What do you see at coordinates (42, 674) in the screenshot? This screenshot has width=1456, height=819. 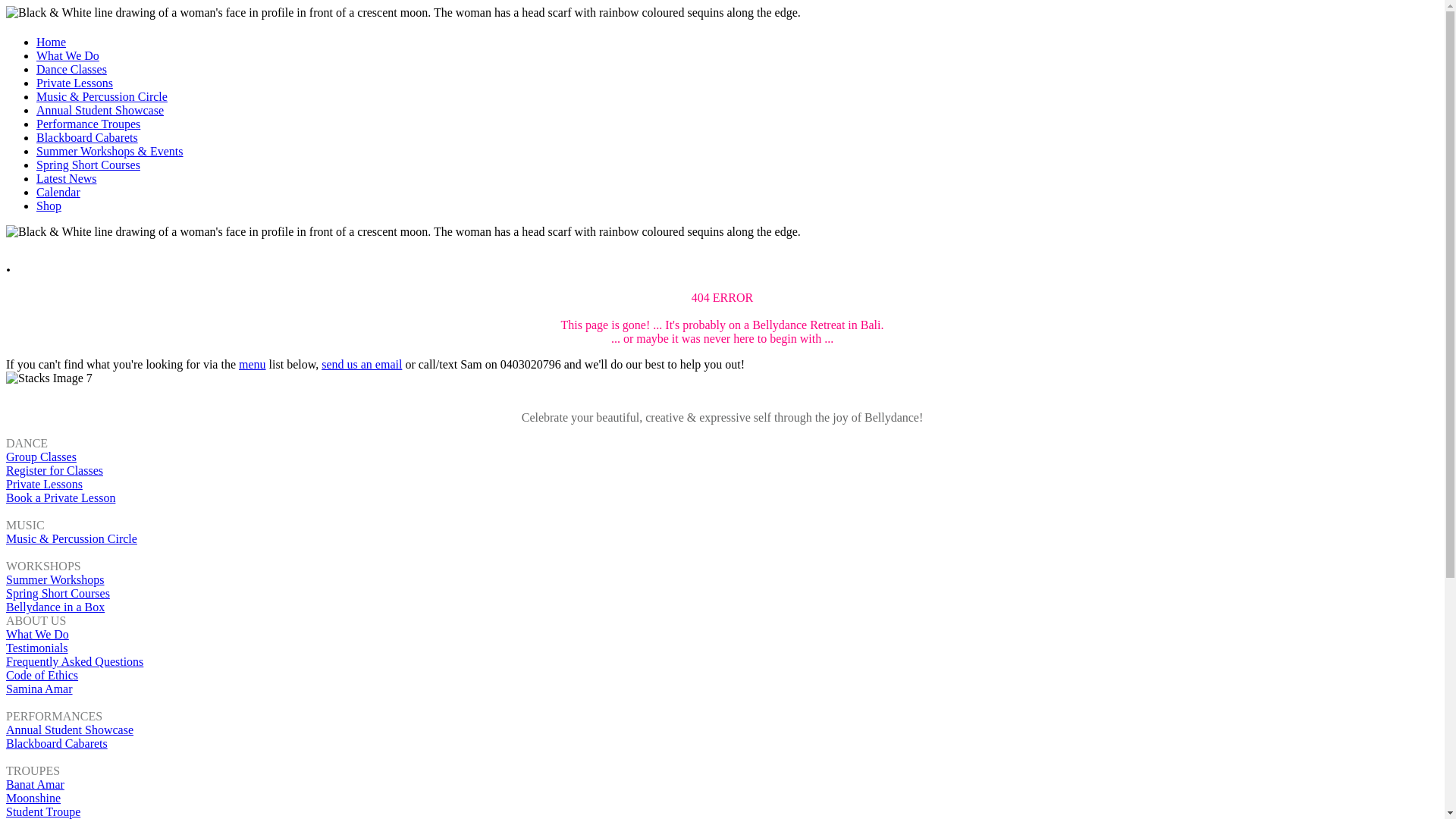 I see `'Code of Ethics'` at bounding box center [42, 674].